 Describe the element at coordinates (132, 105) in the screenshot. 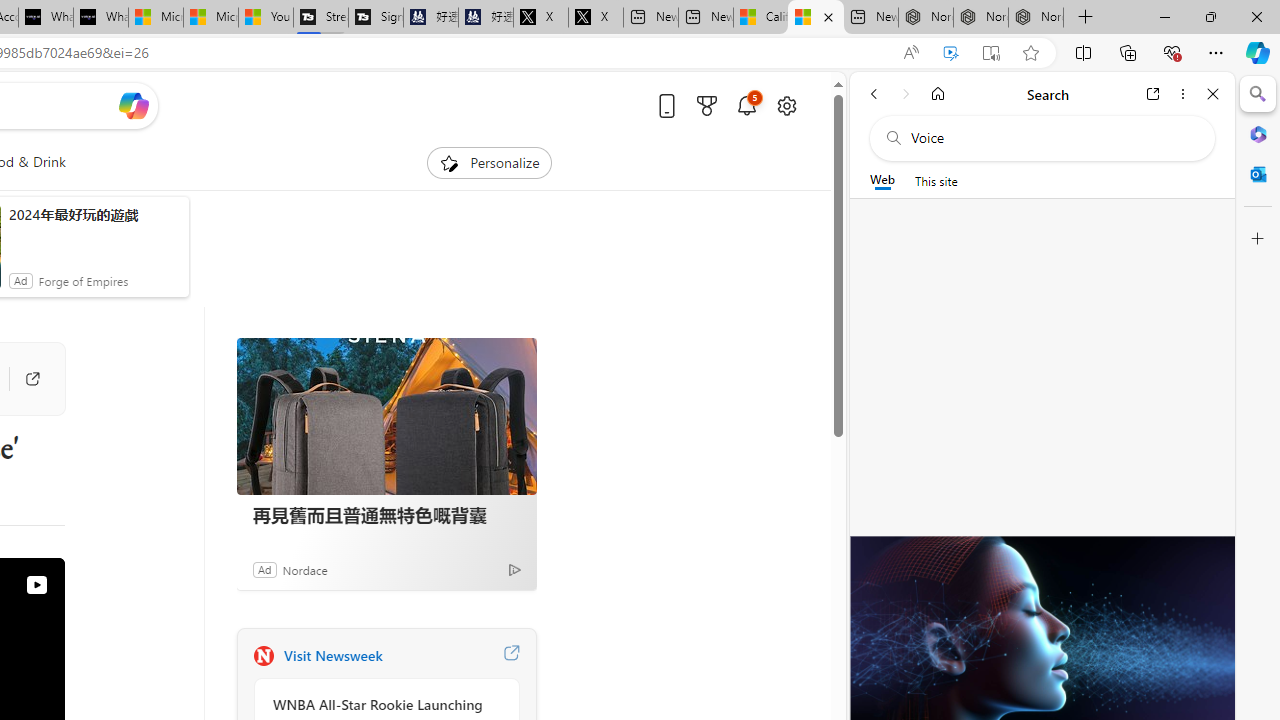

I see `'Open Copilot'` at that location.